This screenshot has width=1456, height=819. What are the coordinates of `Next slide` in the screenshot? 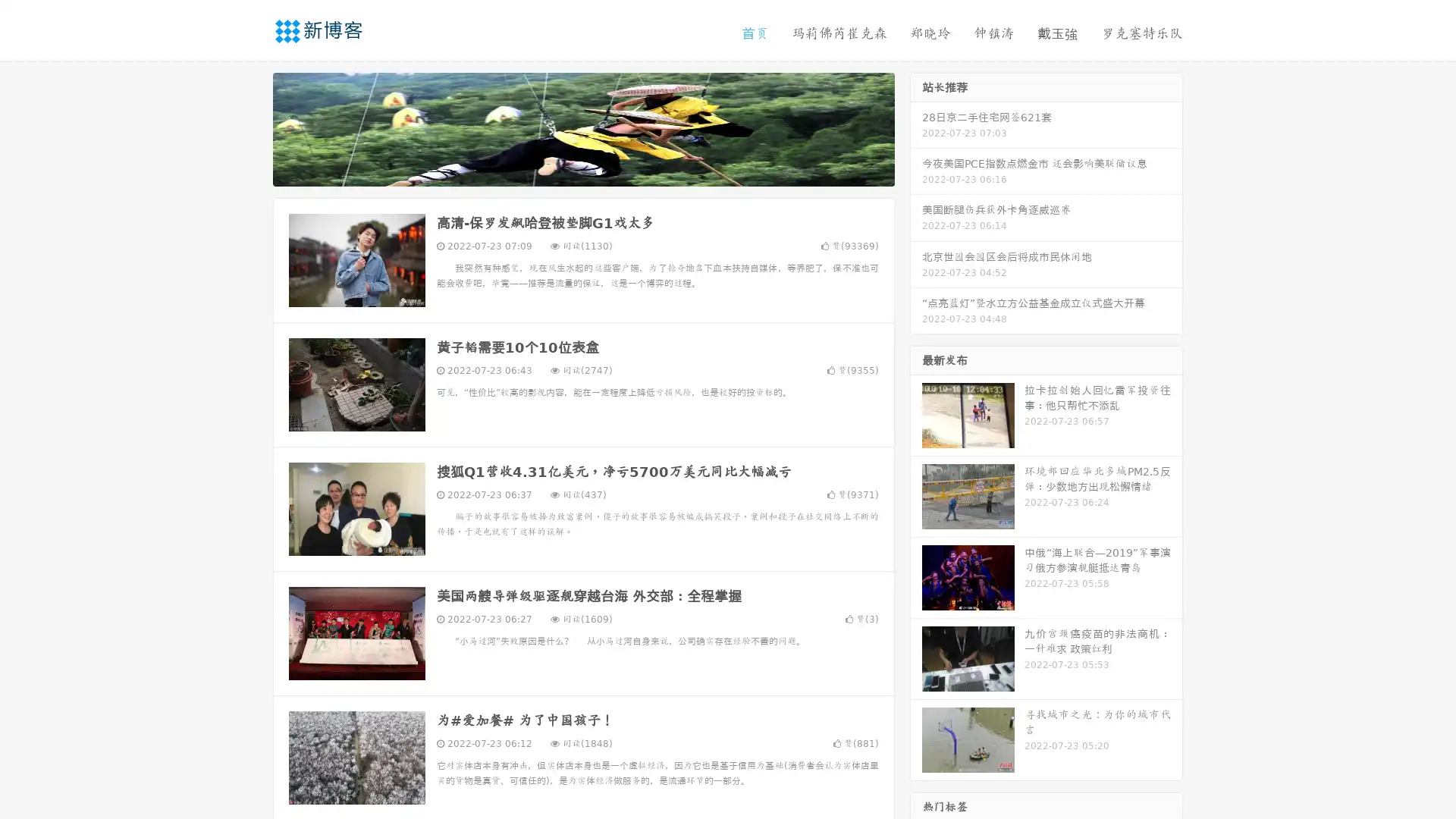 It's located at (916, 127).